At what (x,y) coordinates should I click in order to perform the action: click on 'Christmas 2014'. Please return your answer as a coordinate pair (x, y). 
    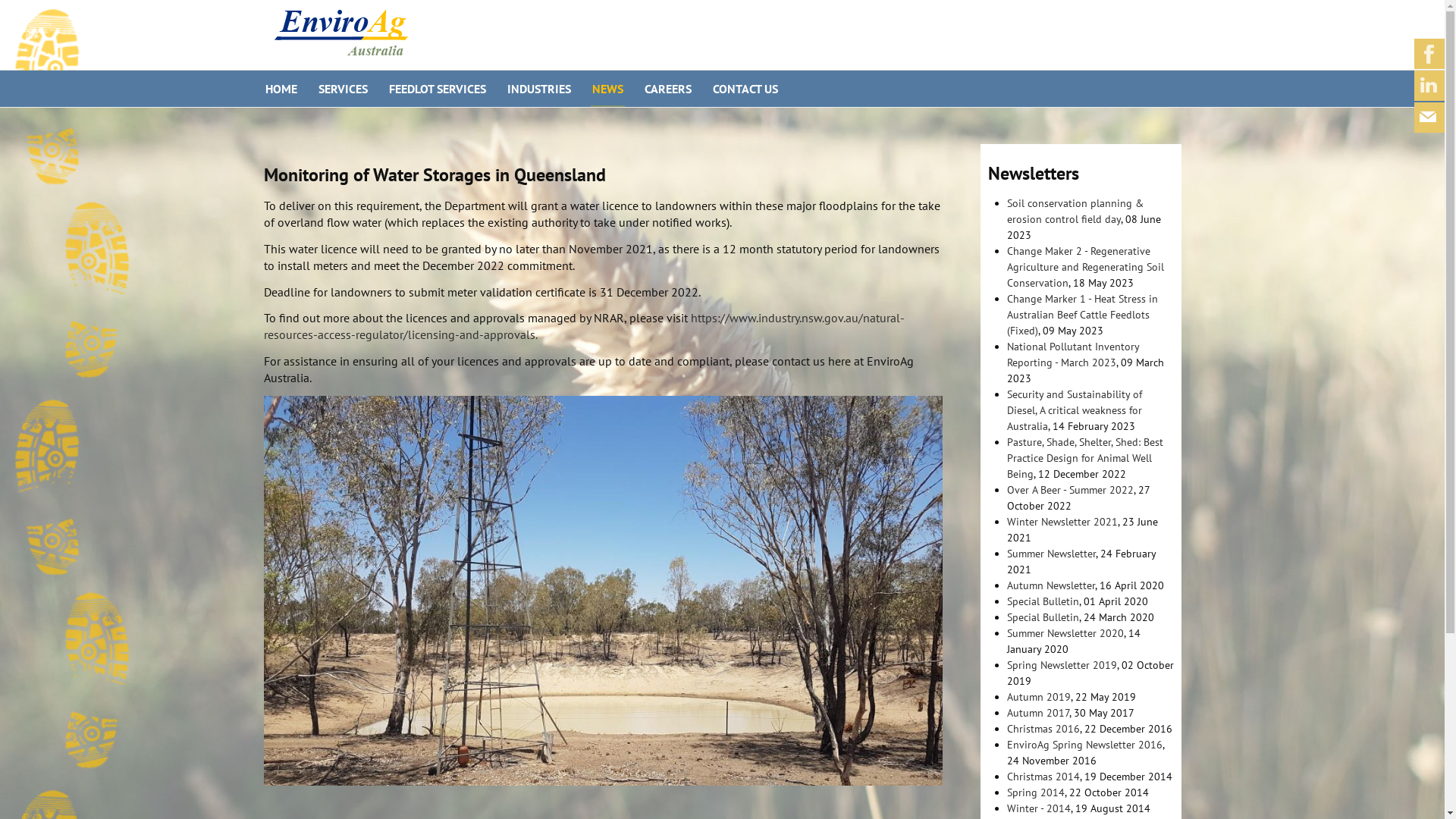
    Looking at the image, I should click on (1043, 776).